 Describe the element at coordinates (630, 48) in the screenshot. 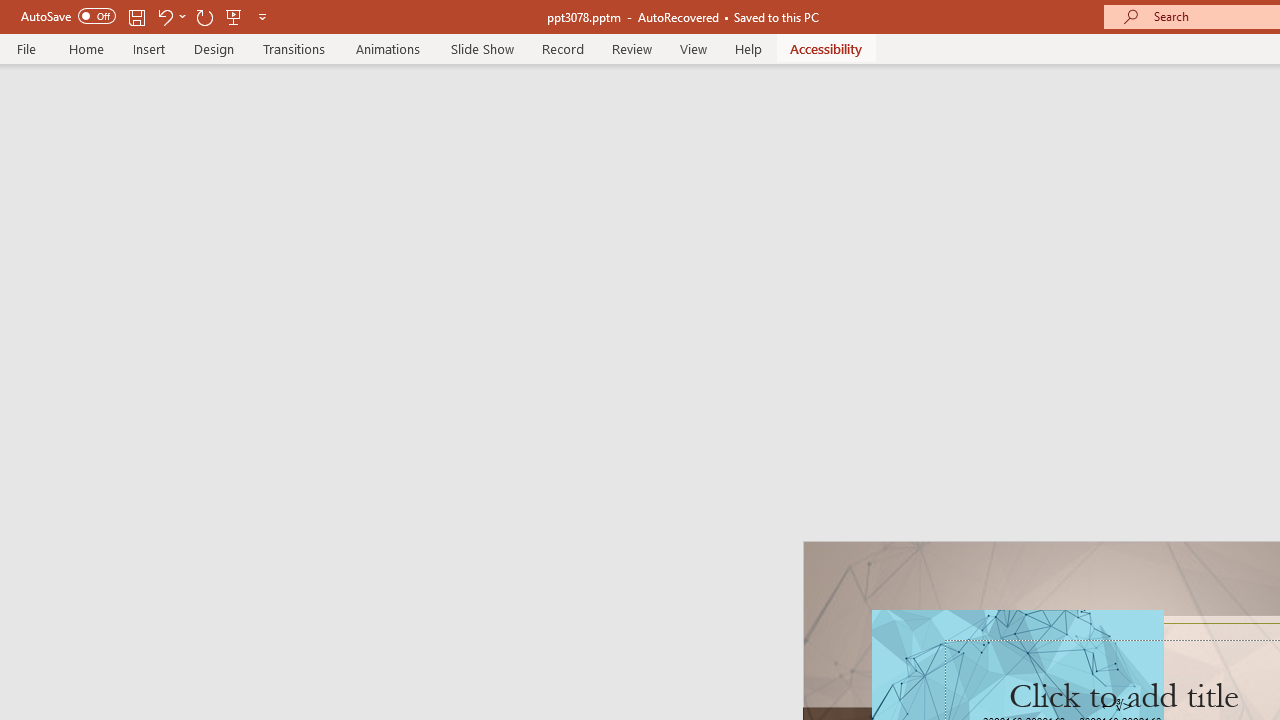

I see `'Review'` at that location.